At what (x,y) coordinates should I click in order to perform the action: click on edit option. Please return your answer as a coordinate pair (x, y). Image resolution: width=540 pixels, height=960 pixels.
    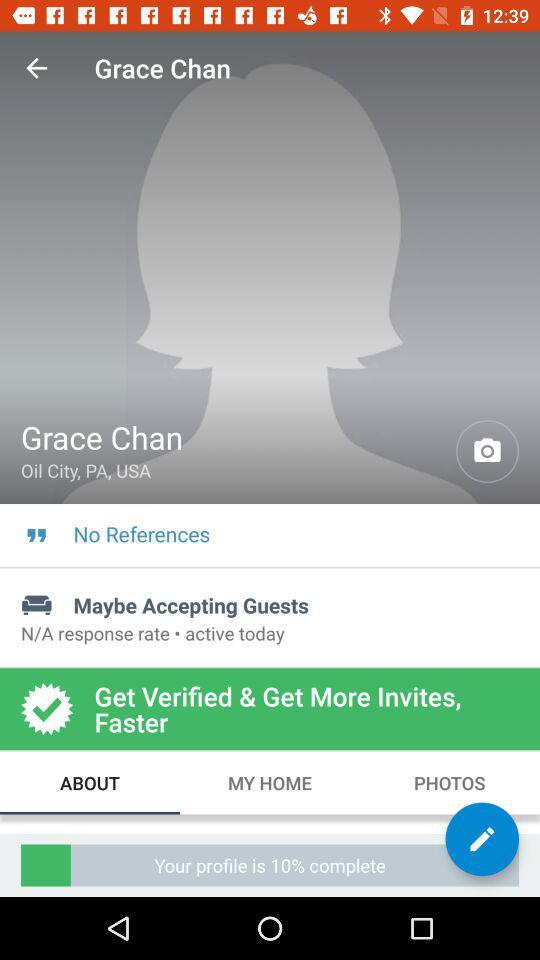
    Looking at the image, I should click on (481, 839).